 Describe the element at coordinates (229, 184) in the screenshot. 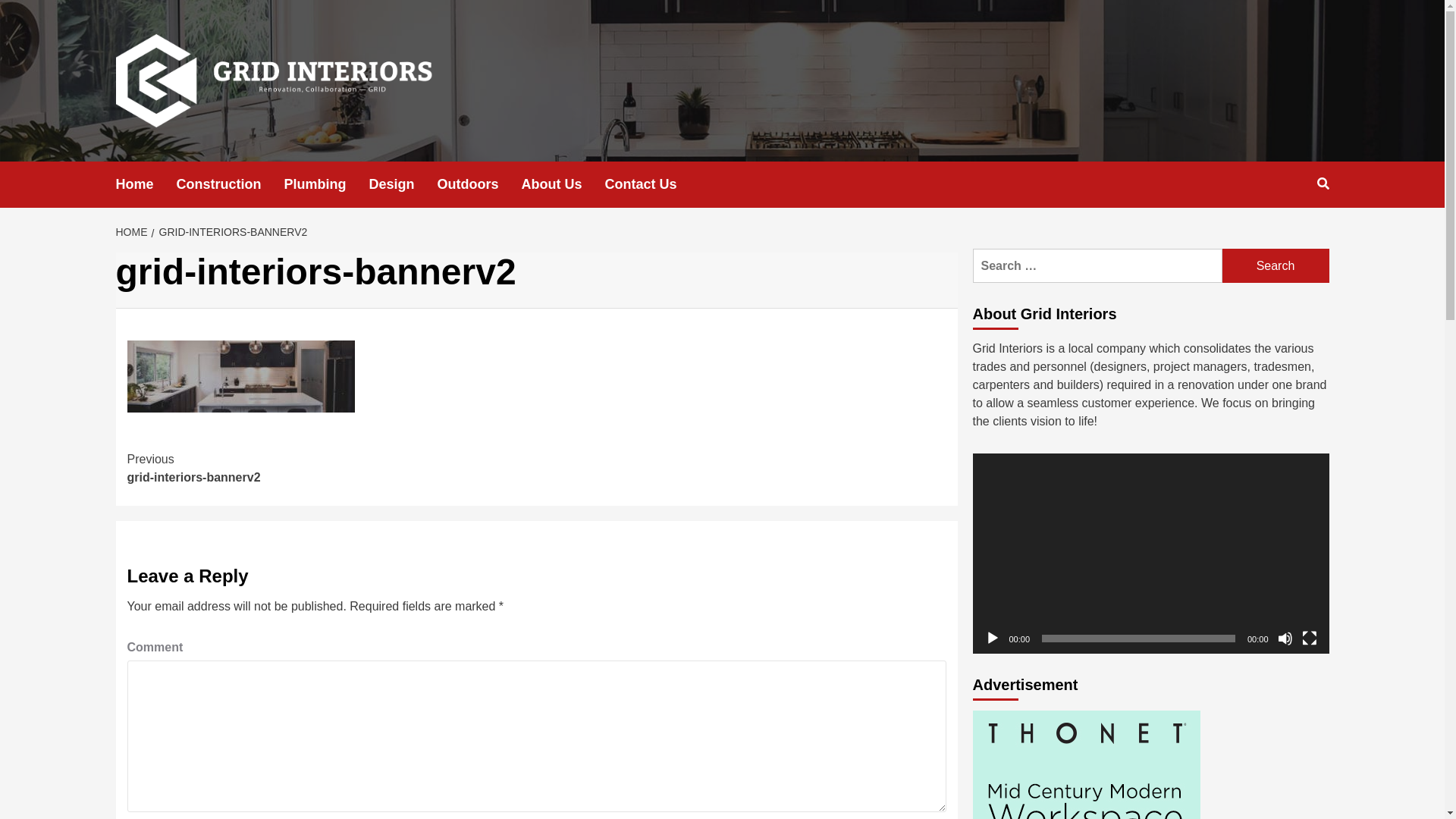

I see `'Construction'` at that location.